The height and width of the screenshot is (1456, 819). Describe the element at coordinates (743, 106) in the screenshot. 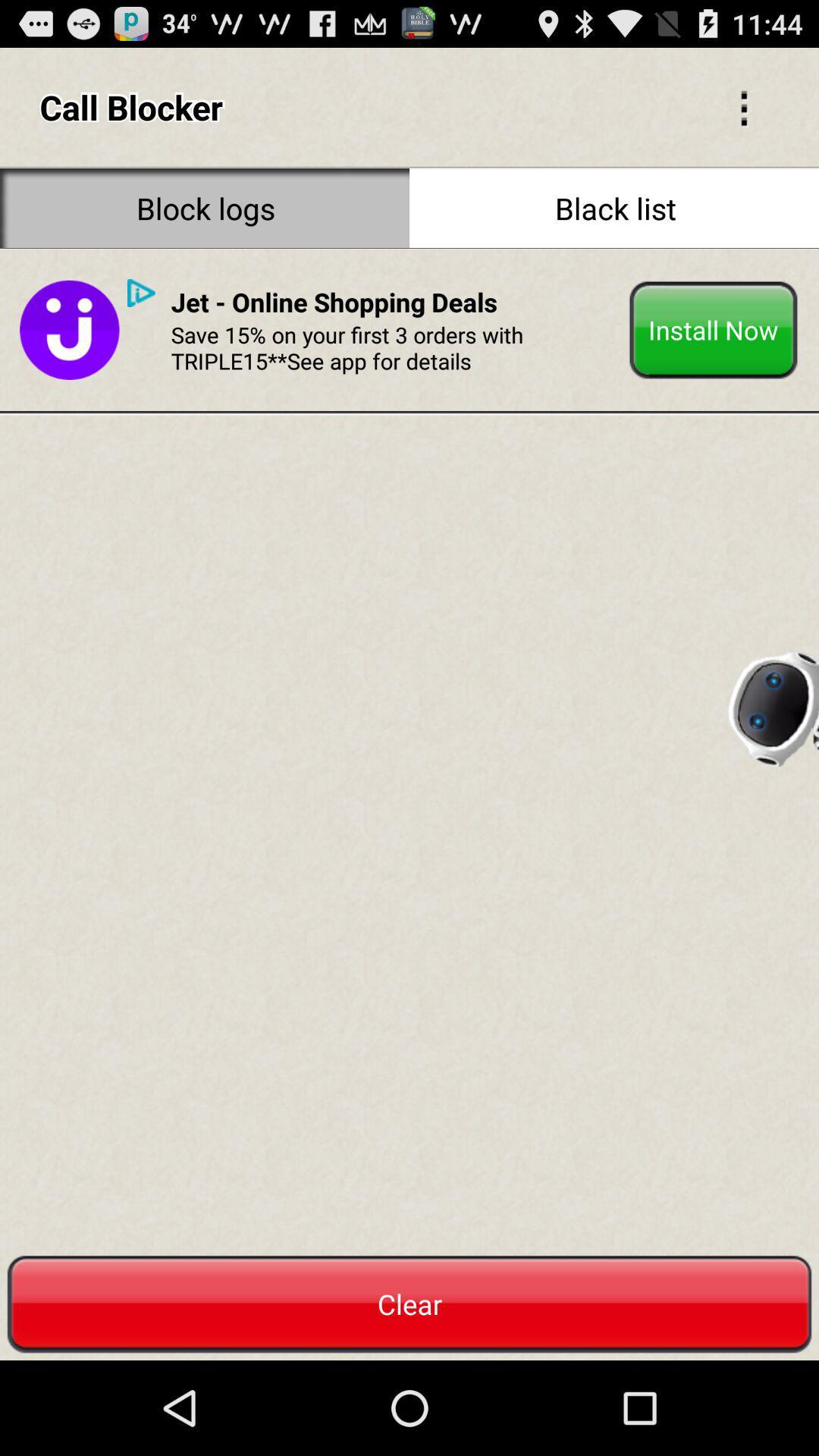

I see `icon to the right of call blocker icon` at that location.